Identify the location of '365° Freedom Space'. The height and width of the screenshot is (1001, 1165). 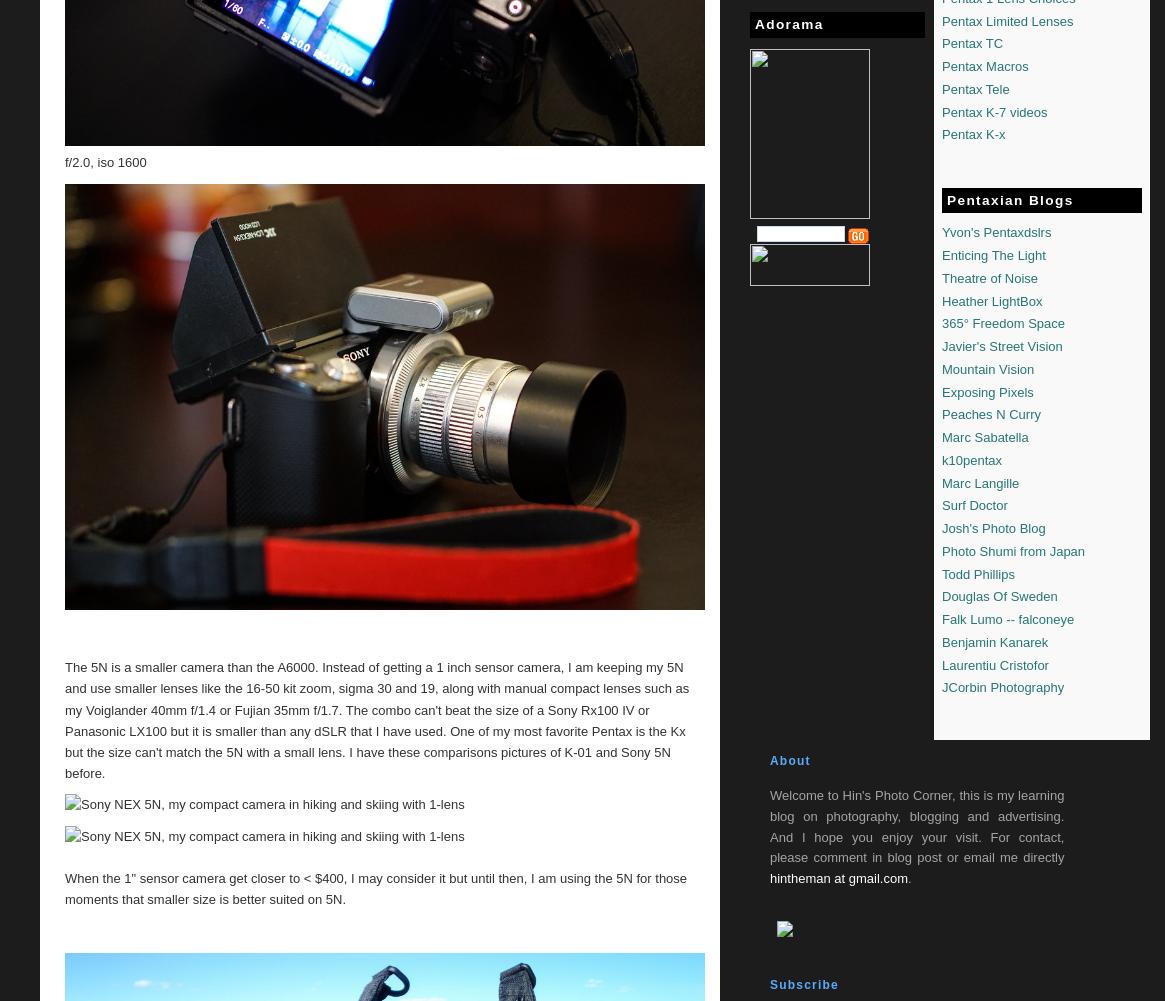
(1003, 323).